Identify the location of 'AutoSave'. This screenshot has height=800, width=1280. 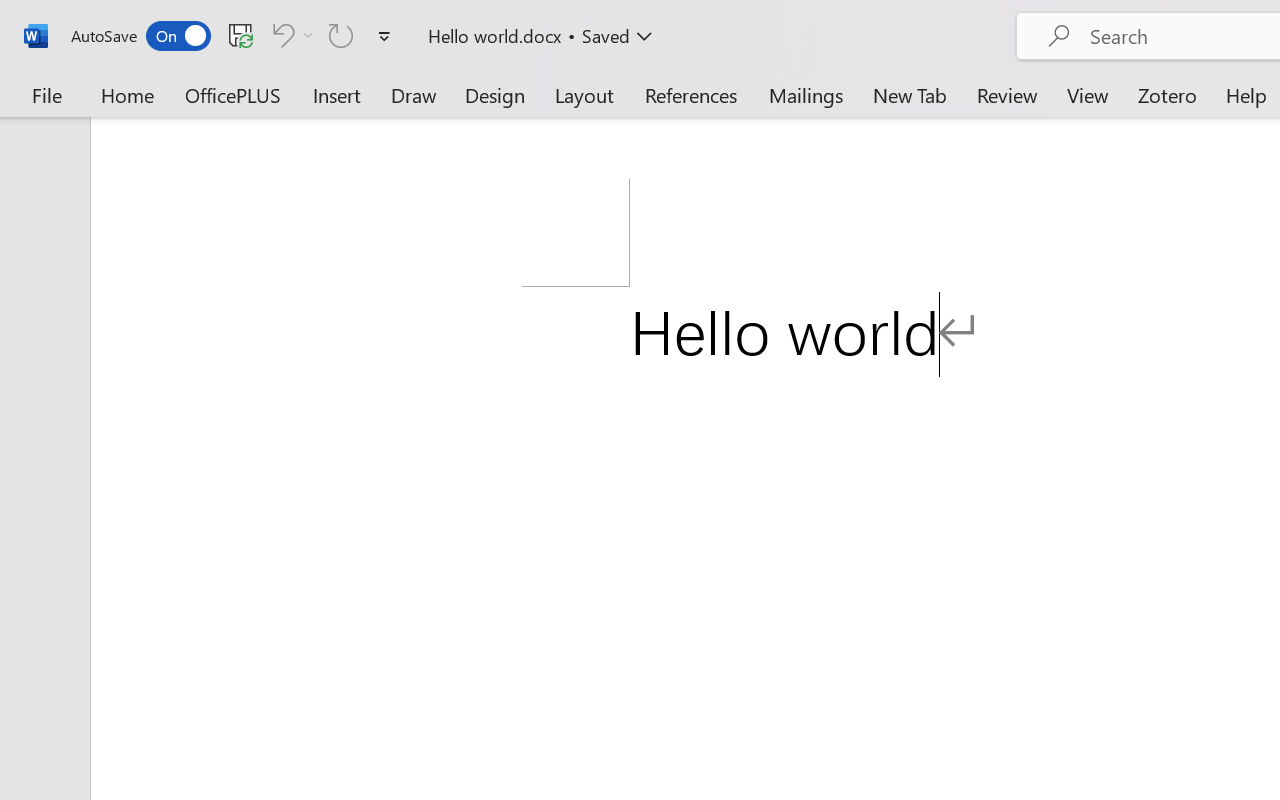
(139, 35).